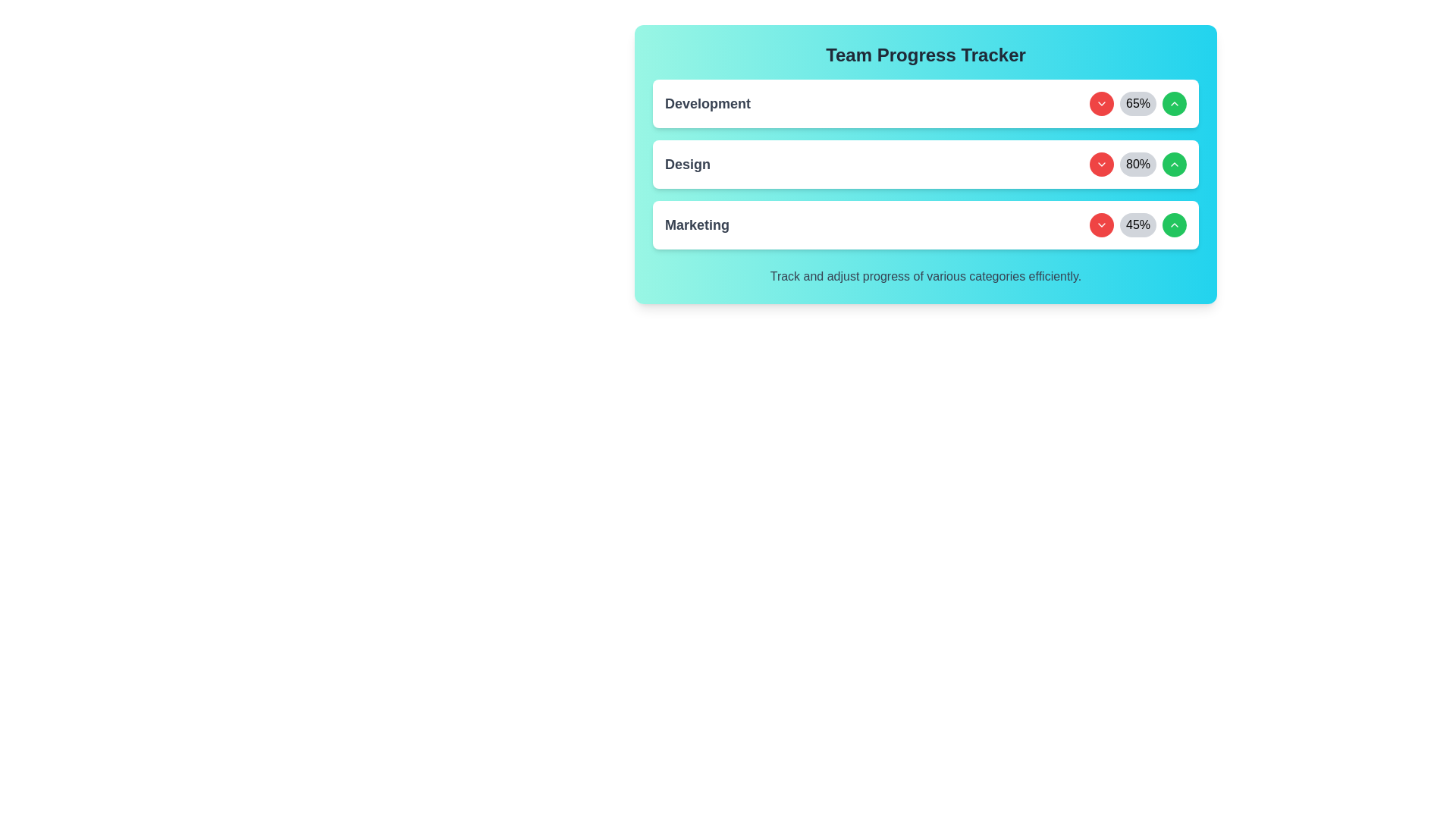 The image size is (1456, 819). What do you see at coordinates (1174, 225) in the screenshot?
I see `the green circular button with a chevron-up icon located on the far-right side of the 'Marketing' row in the 'Team Progress Tracker' section` at bounding box center [1174, 225].